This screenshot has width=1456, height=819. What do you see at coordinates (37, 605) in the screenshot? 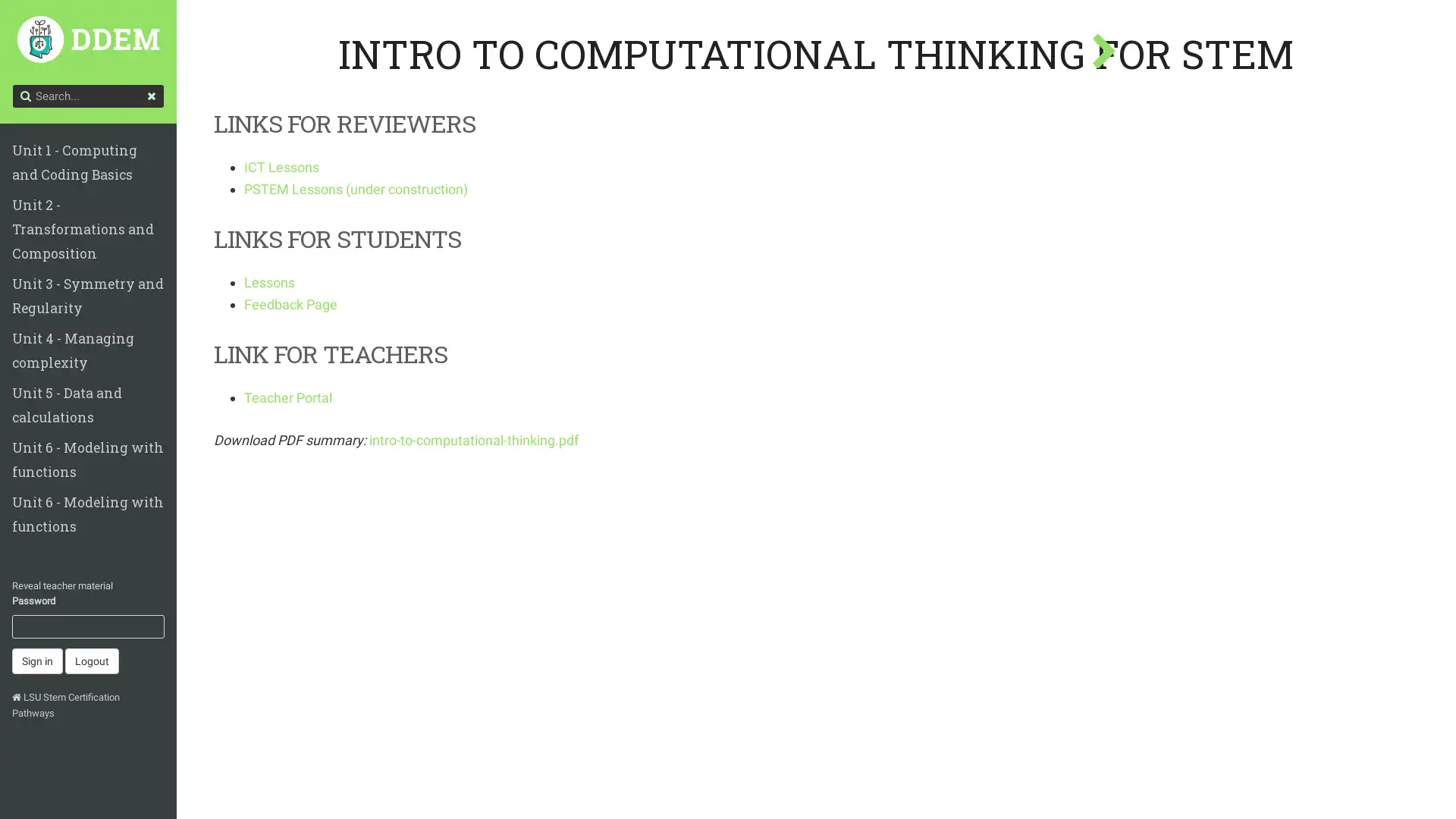
I see `Sign in` at bounding box center [37, 605].